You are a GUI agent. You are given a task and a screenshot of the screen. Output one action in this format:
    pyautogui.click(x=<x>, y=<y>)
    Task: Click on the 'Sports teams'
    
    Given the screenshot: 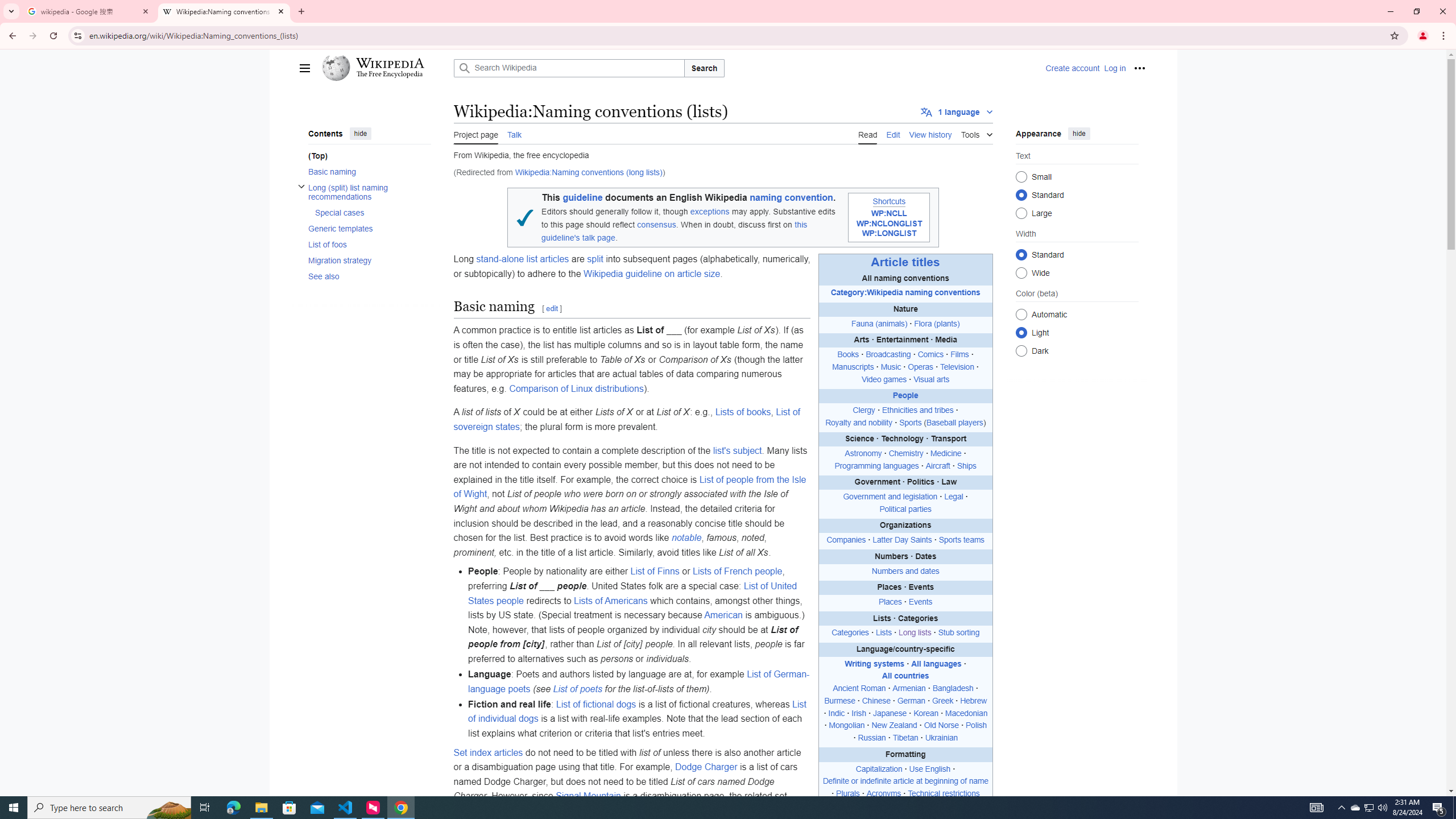 What is the action you would take?
    pyautogui.click(x=961, y=540)
    